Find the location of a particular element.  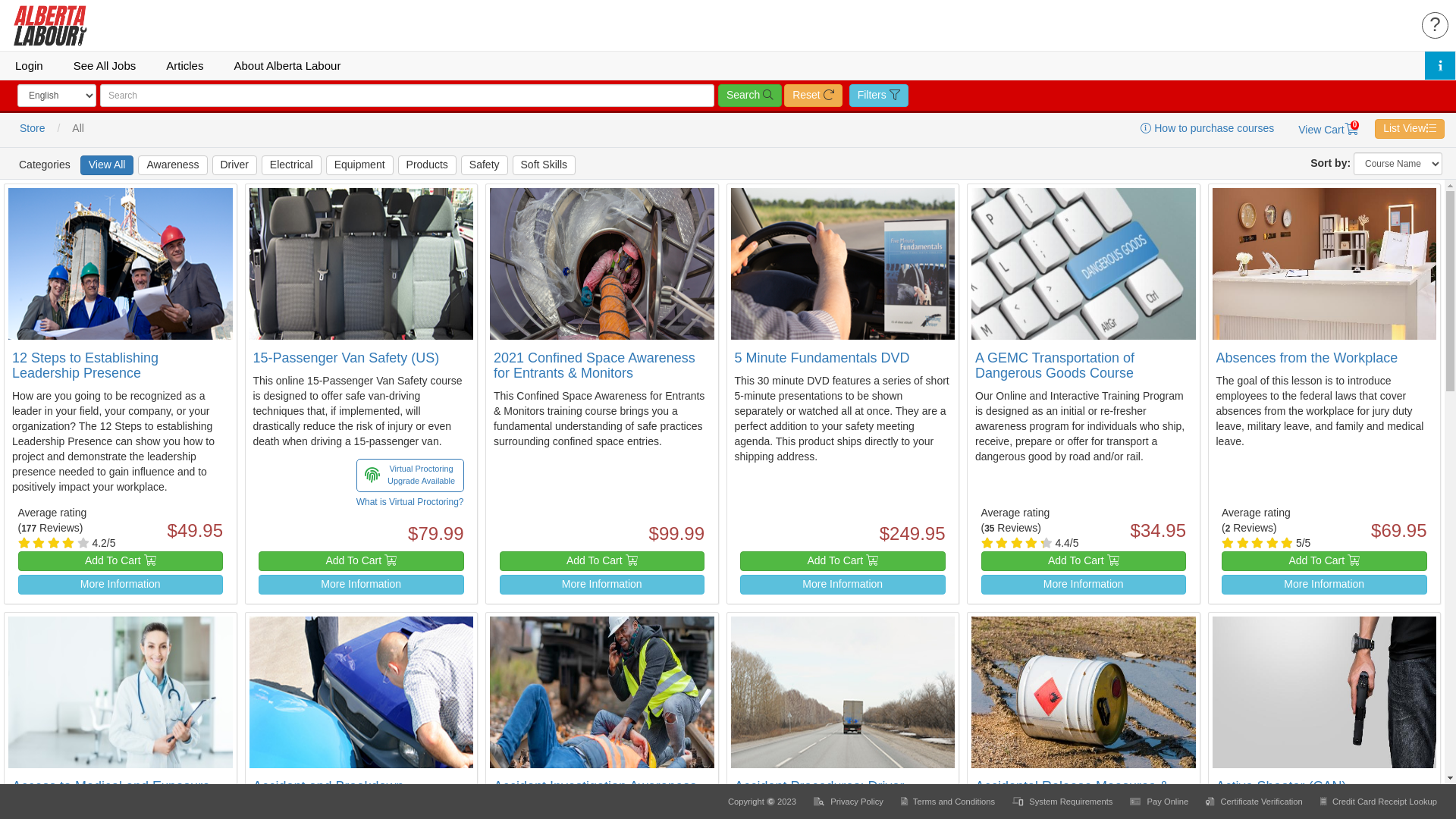

'Electrical' is located at coordinates (291, 165).